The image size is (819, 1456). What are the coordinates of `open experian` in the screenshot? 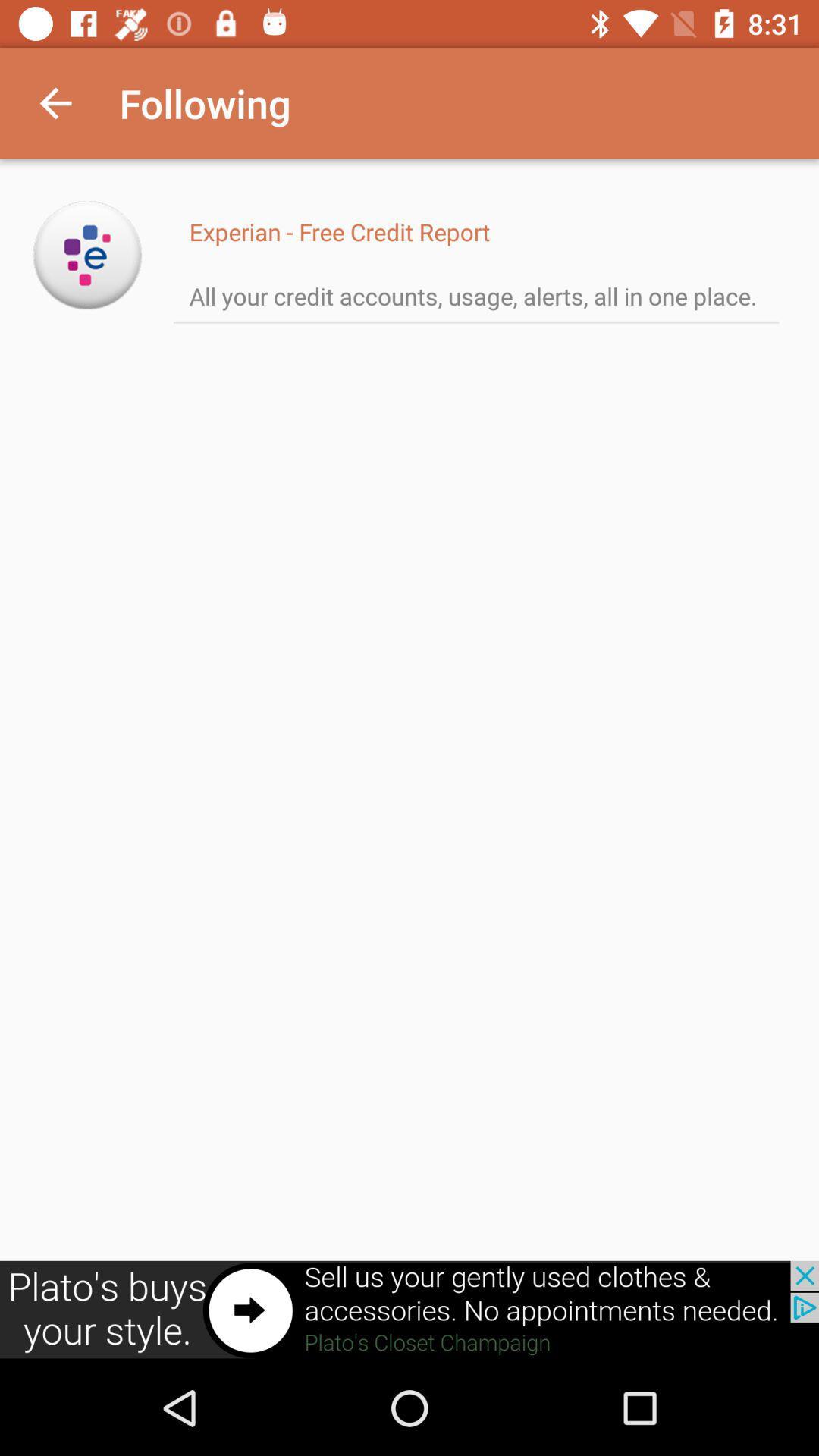 It's located at (87, 255).